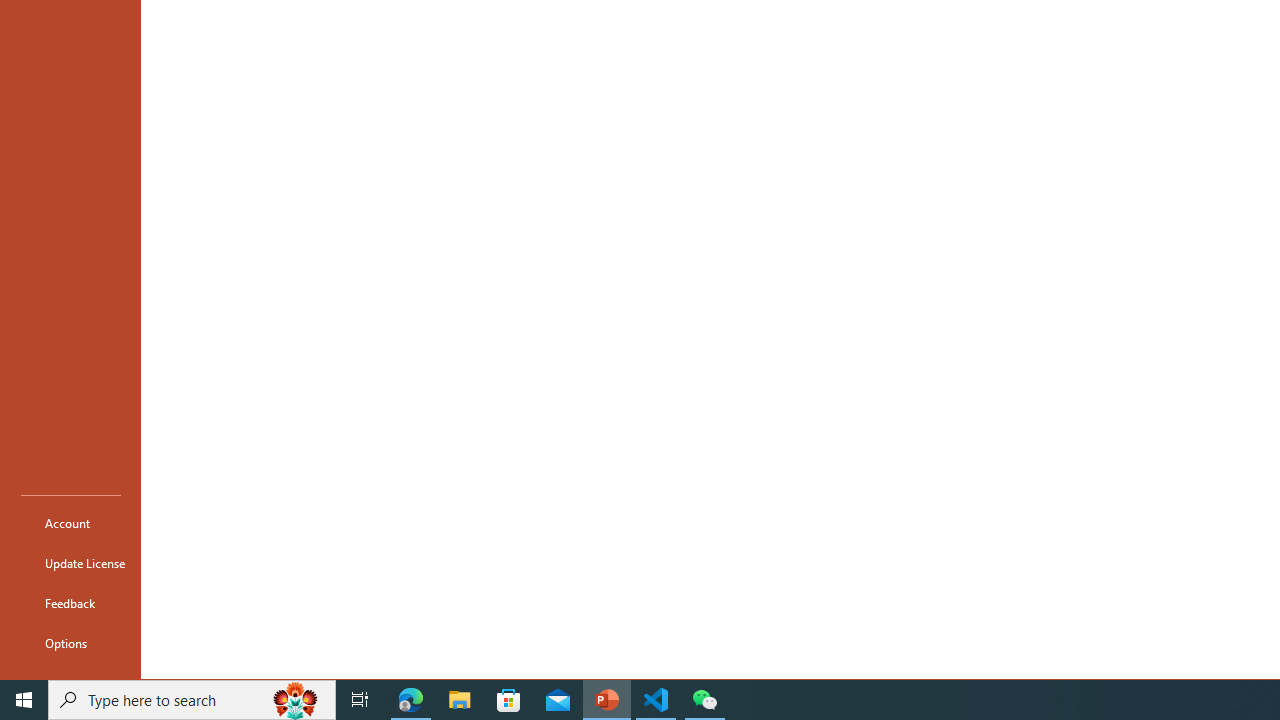 Image resolution: width=1280 pixels, height=720 pixels. What do you see at coordinates (656, 698) in the screenshot?
I see `'Visual Studio Code - 1 running window'` at bounding box center [656, 698].